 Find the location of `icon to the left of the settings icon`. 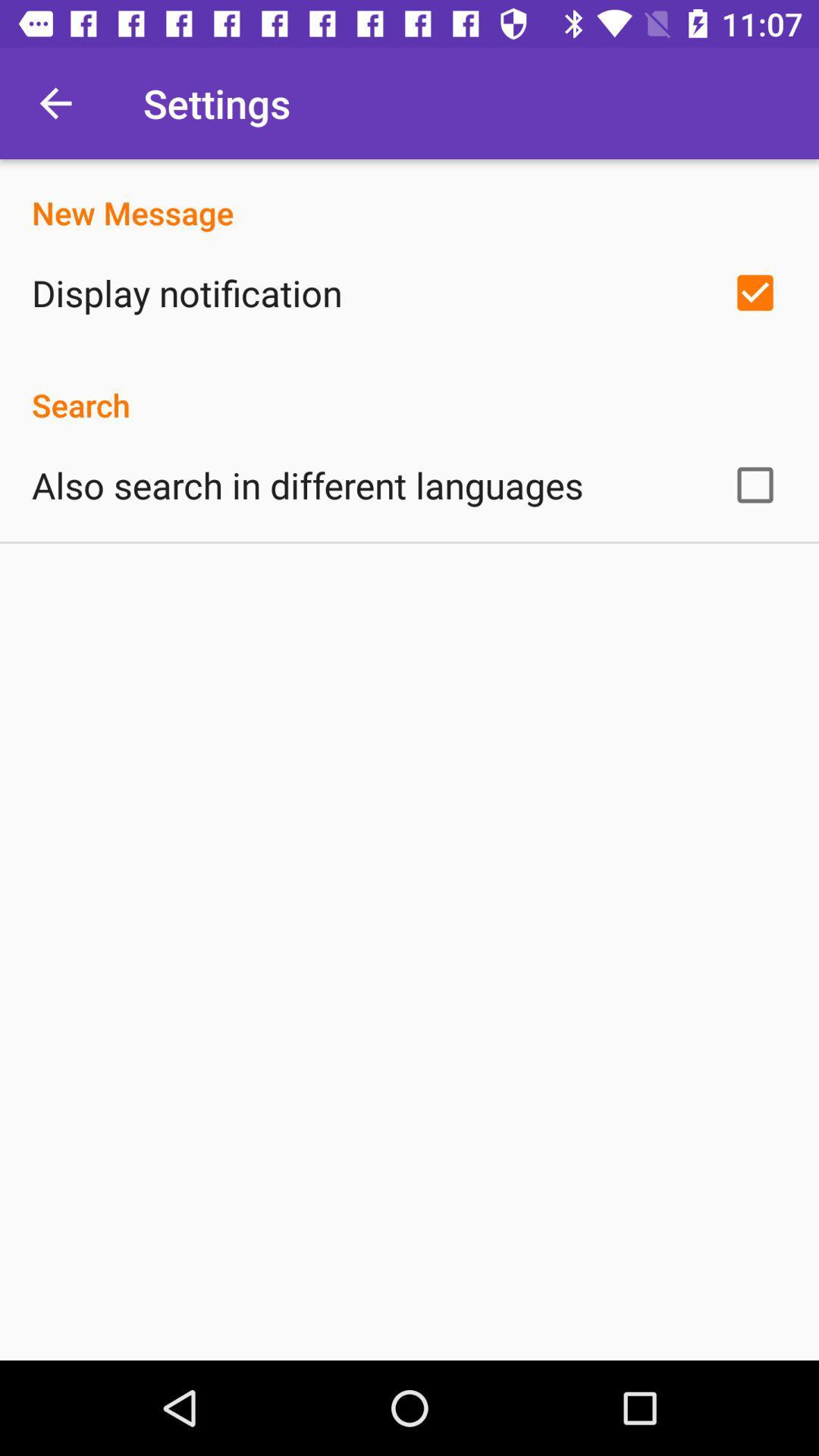

icon to the left of the settings icon is located at coordinates (55, 102).